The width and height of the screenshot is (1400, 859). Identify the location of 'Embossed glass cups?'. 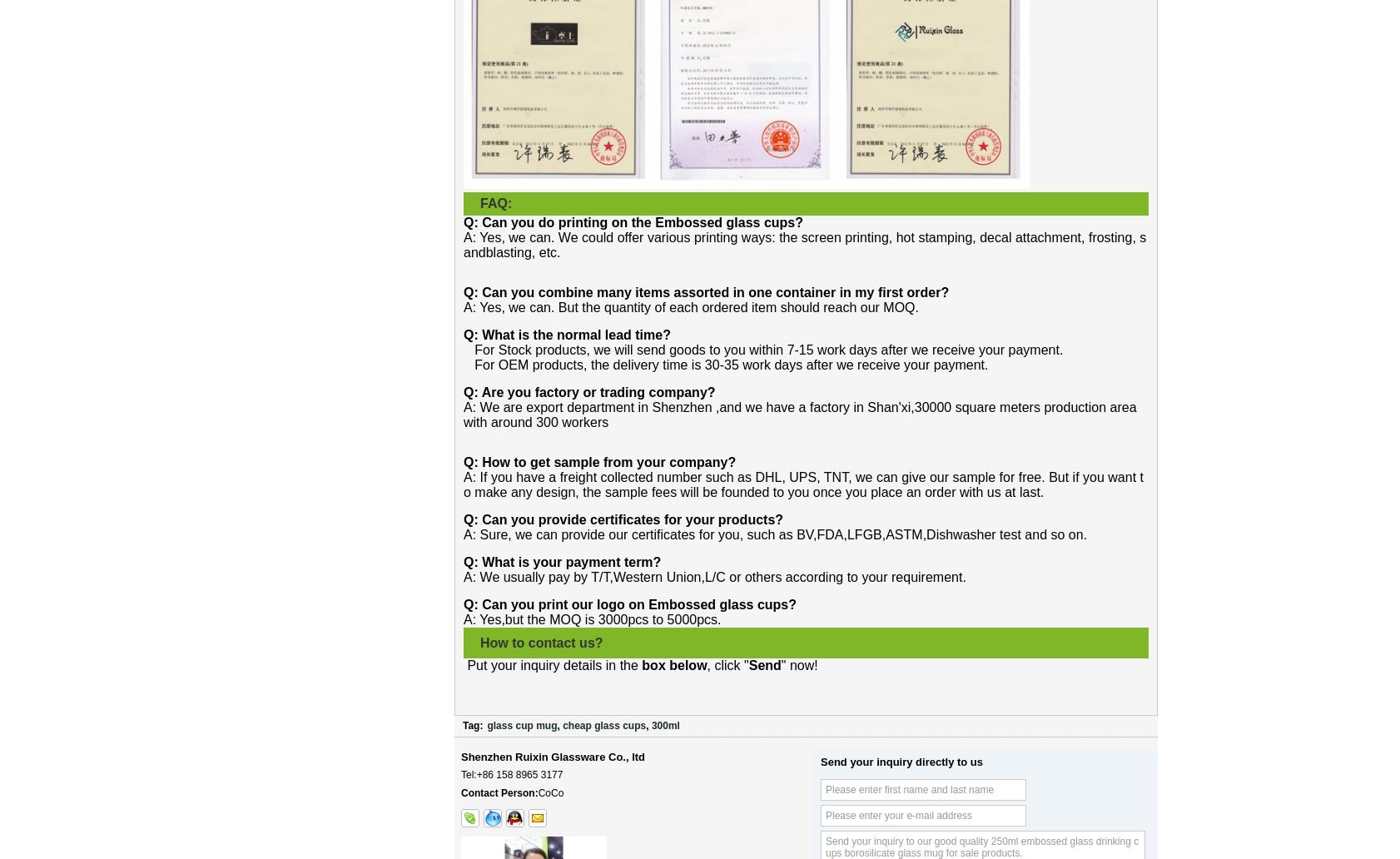
(727, 222).